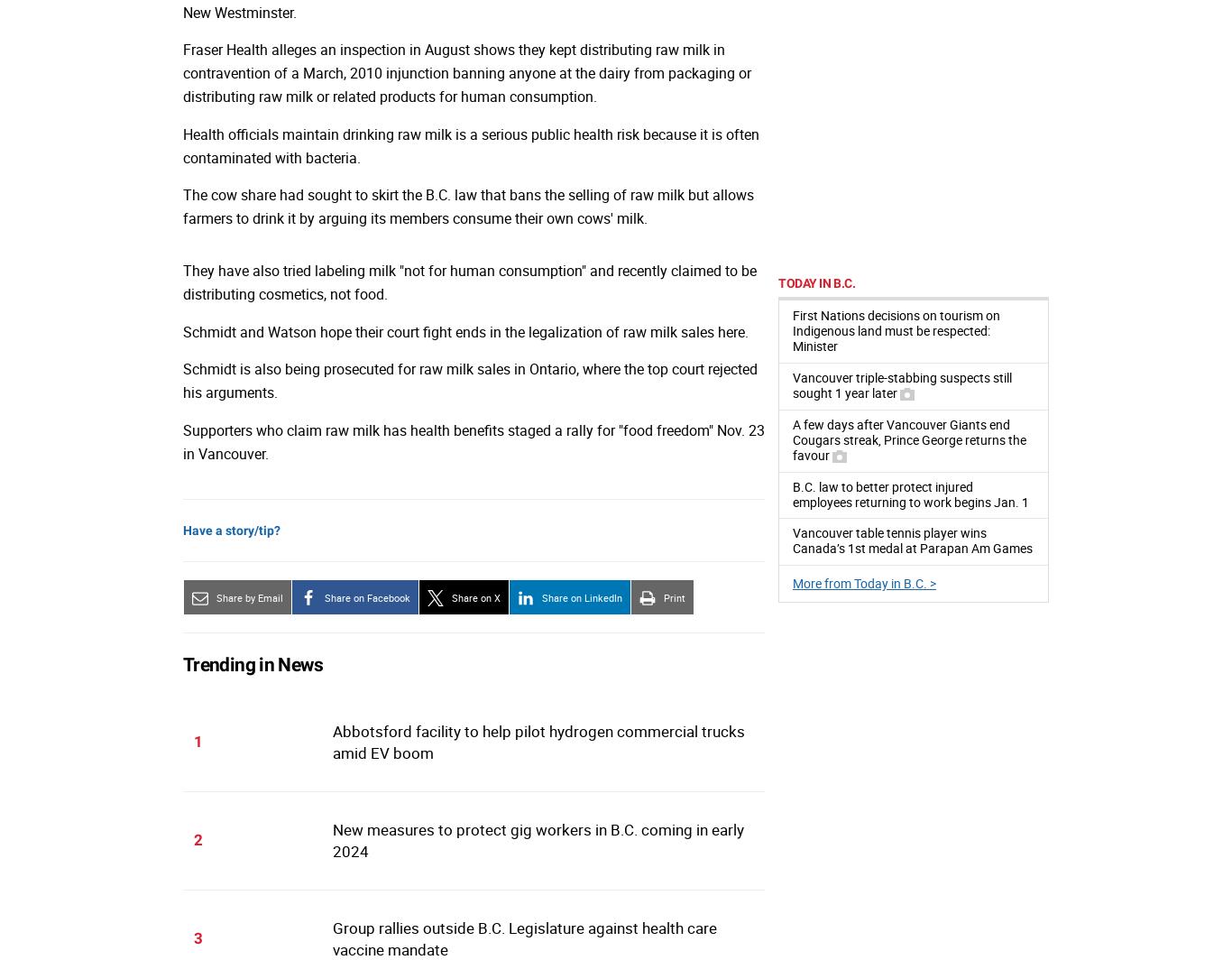 This screenshot has height=960, width=1232. I want to click on 'Supporters who claim raw milk has health benefits staged a rally for "food freedom" Nov. 23 in Vancouver.', so click(473, 441).